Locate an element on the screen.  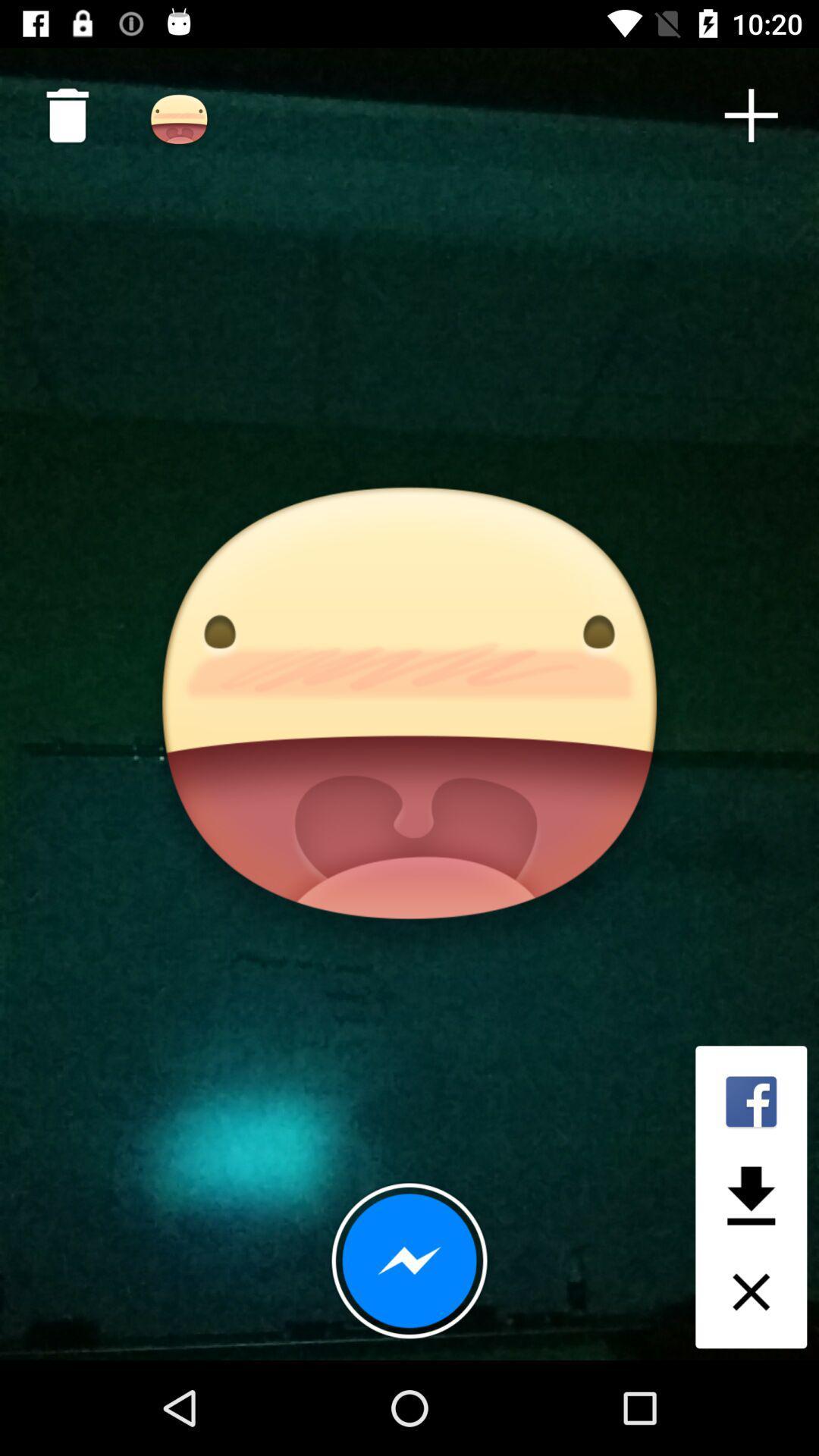
the file_download icon is located at coordinates (751, 1196).